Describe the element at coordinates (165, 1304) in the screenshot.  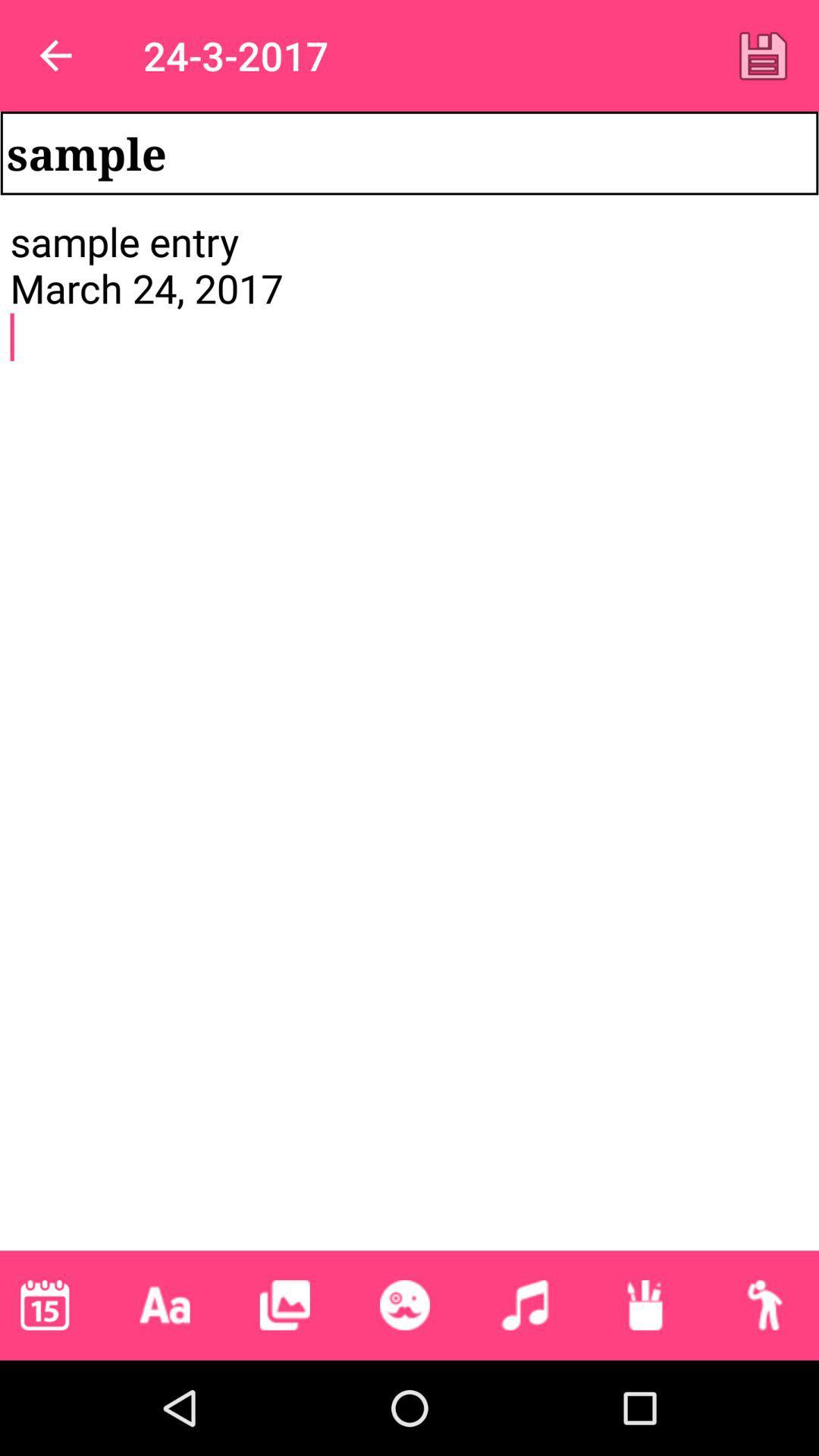
I see `change the font` at that location.